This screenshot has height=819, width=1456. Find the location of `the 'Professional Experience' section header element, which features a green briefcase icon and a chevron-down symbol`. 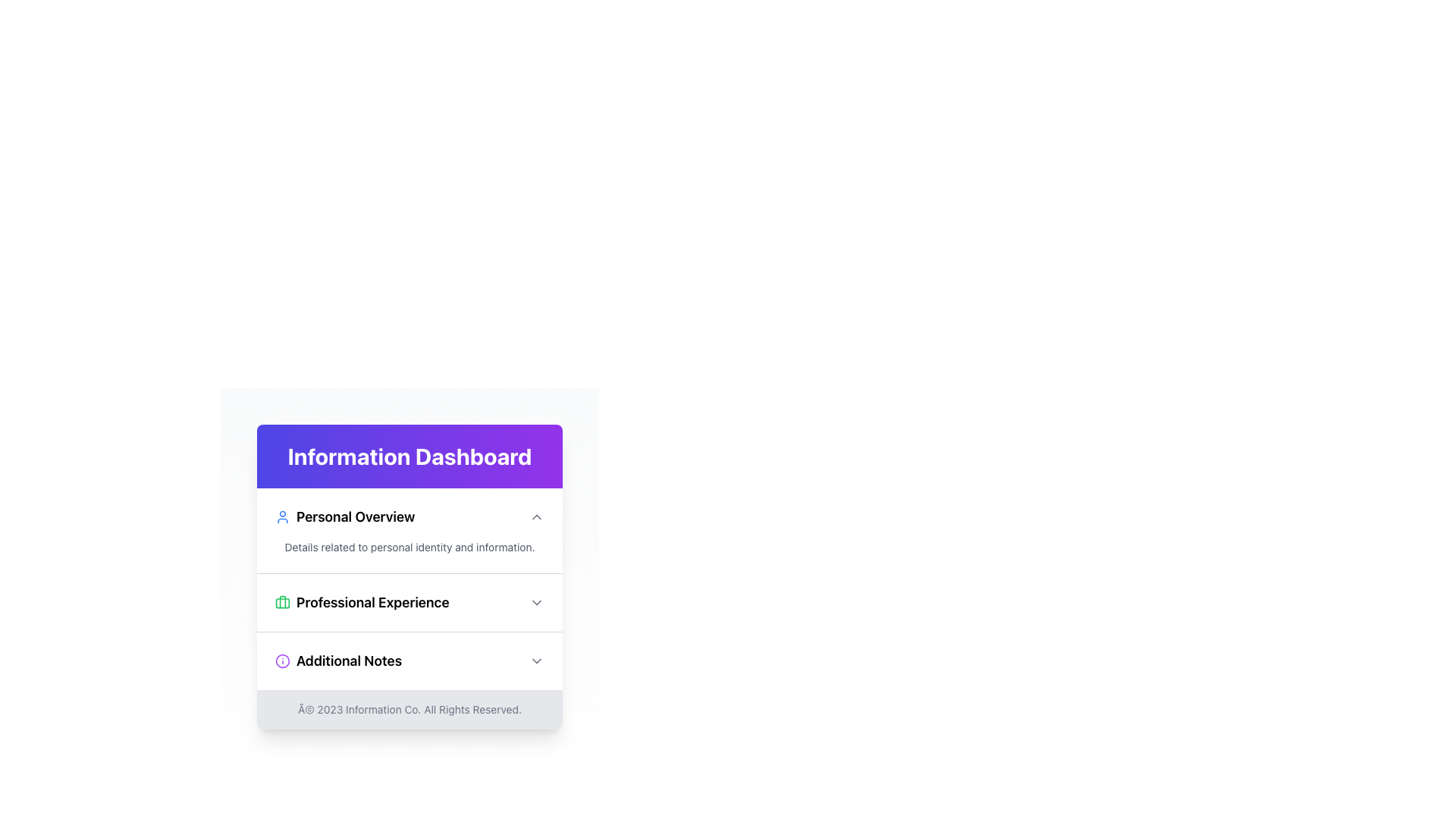

the 'Professional Experience' section header element, which features a green briefcase icon and a chevron-down symbol is located at coordinates (409, 601).